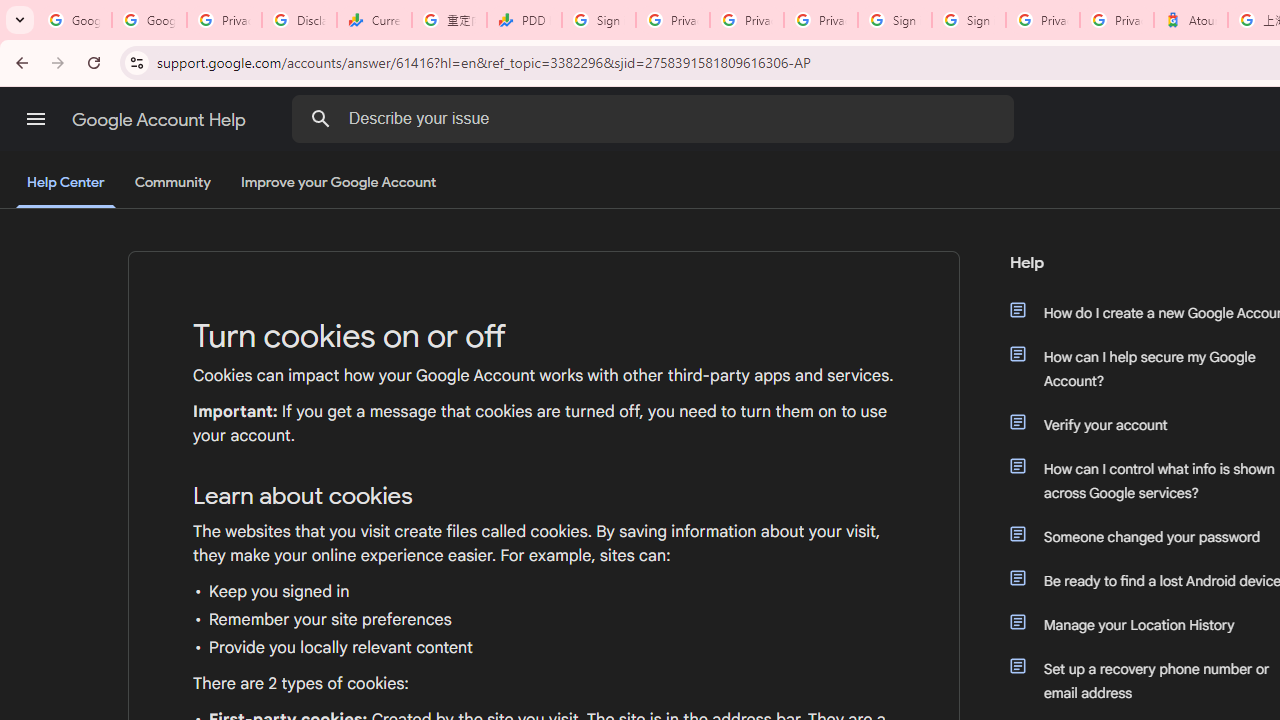  I want to click on 'Currencies - Google Finance', so click(374, 20).